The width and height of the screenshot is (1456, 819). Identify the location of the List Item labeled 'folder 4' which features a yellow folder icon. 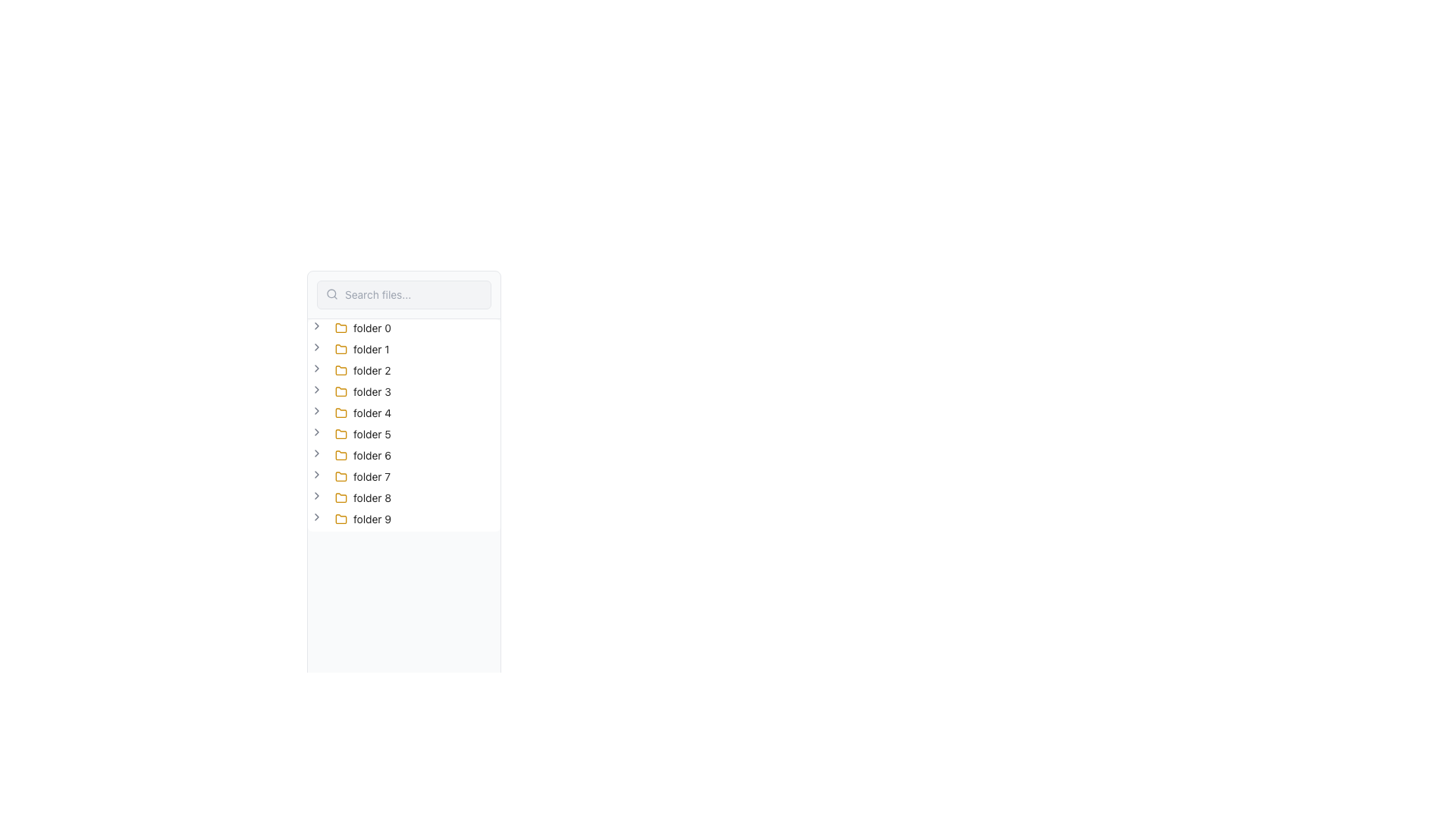
(362, 413).